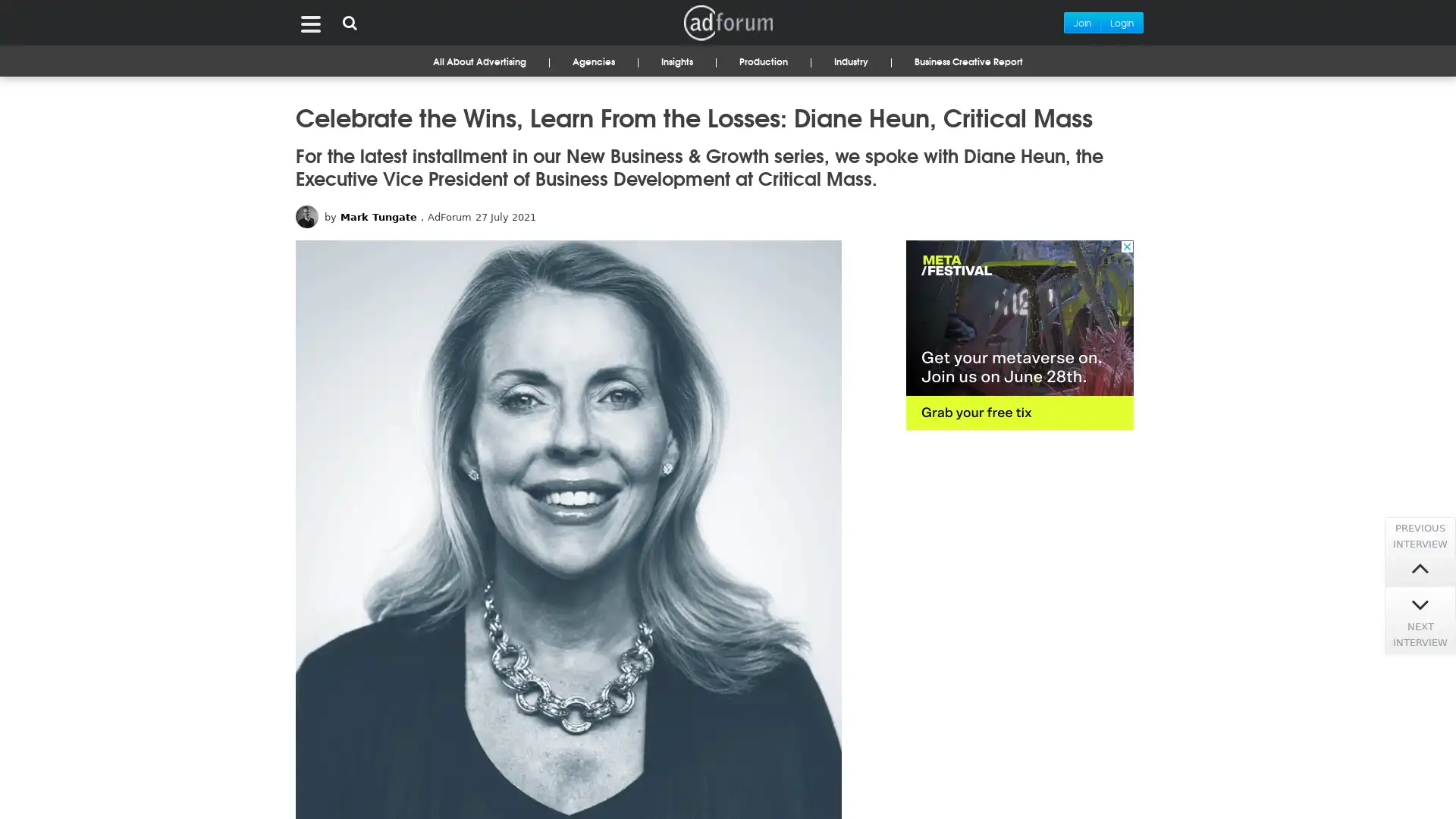 The width and height of the screenshot is (1456, 819). I want to click on Login, so click(1122, 23).